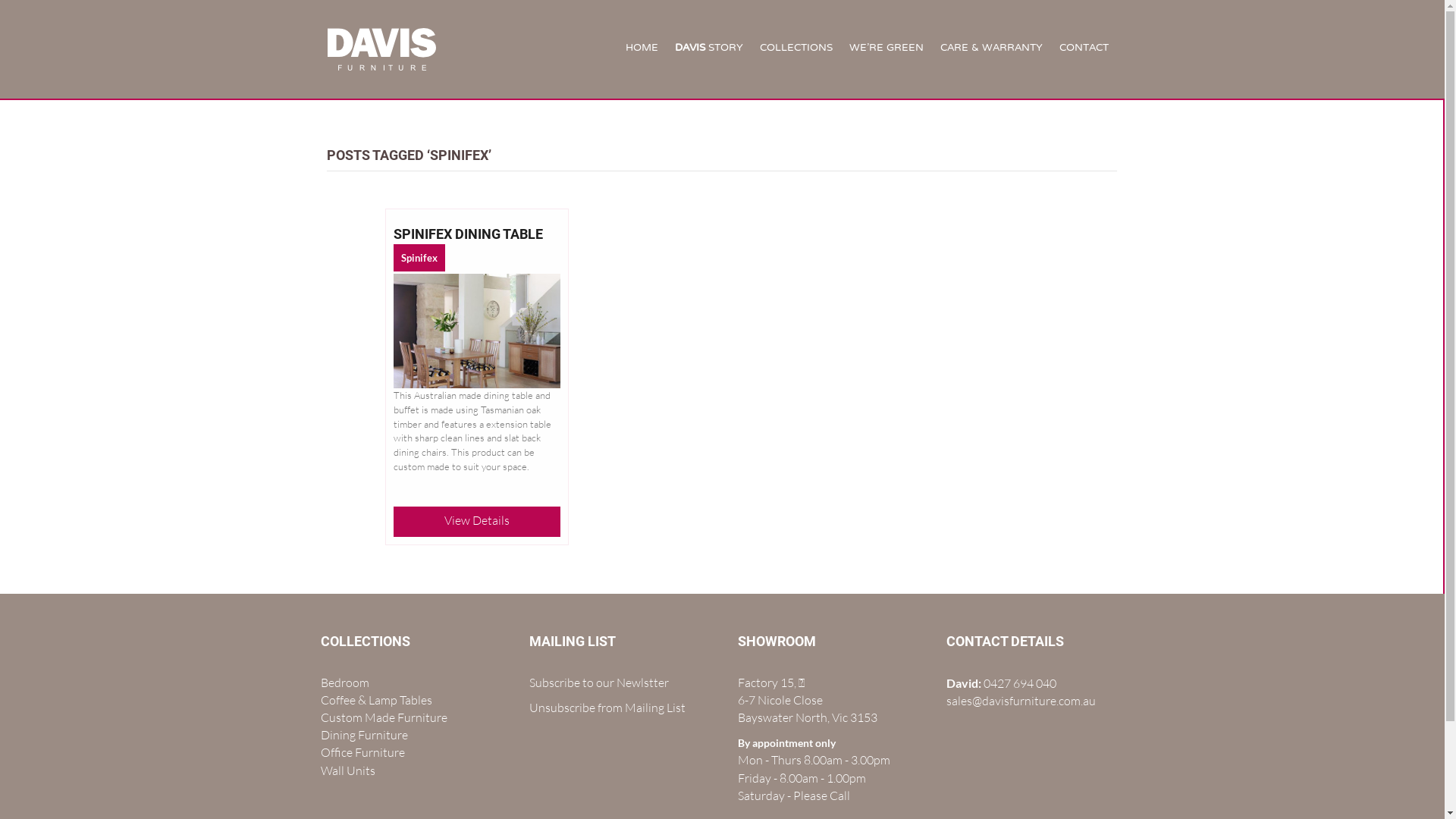 Image resolution: width=1456 pixels, height=819 pixels. Describe the element at coordinates (1083, 49) in the screenshot. I see `'CONTACT'` at that location.